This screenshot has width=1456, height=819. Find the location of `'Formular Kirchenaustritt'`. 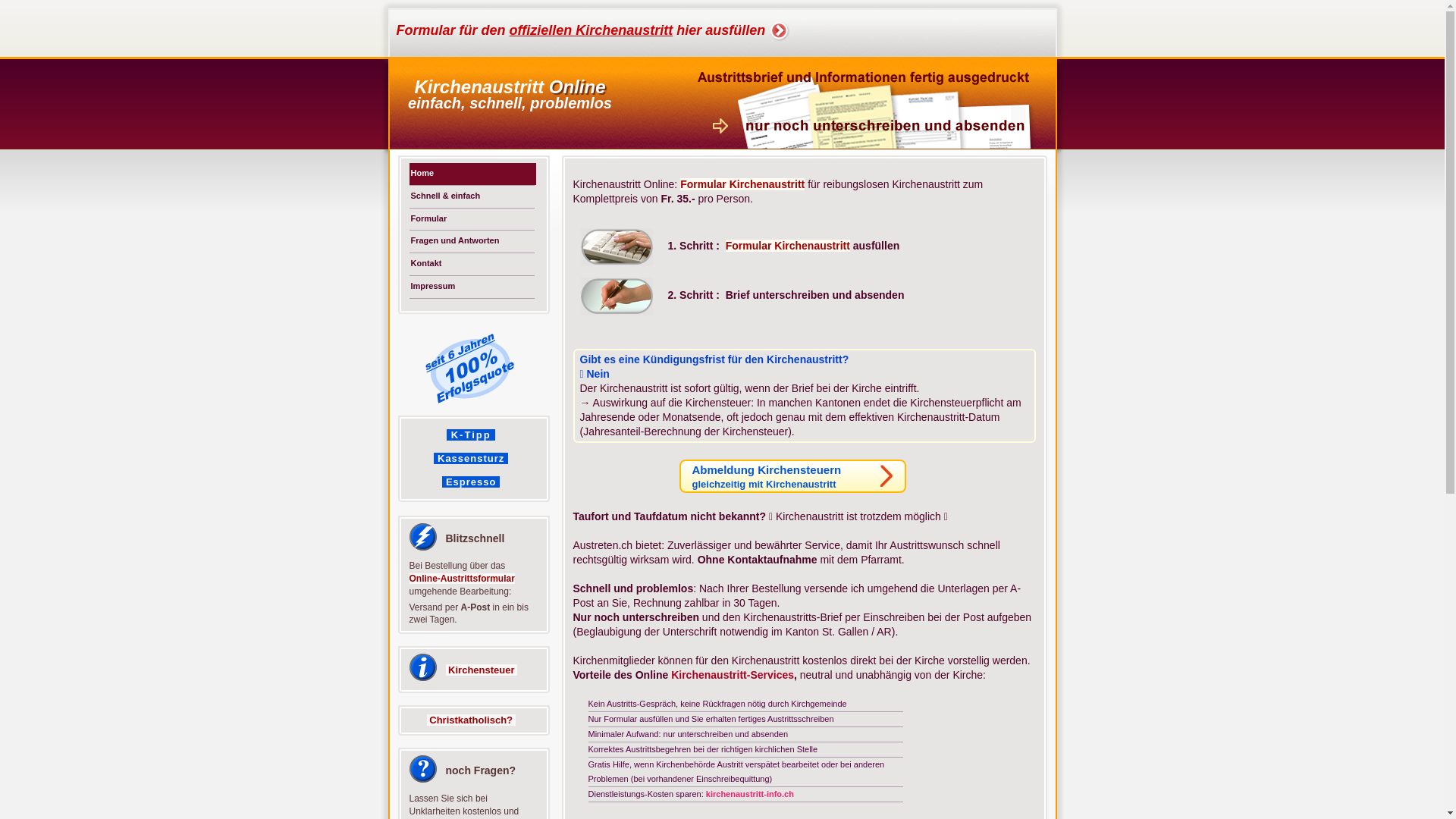

'Formular Kirchenaustritt' is located at coordinates (787, 245).